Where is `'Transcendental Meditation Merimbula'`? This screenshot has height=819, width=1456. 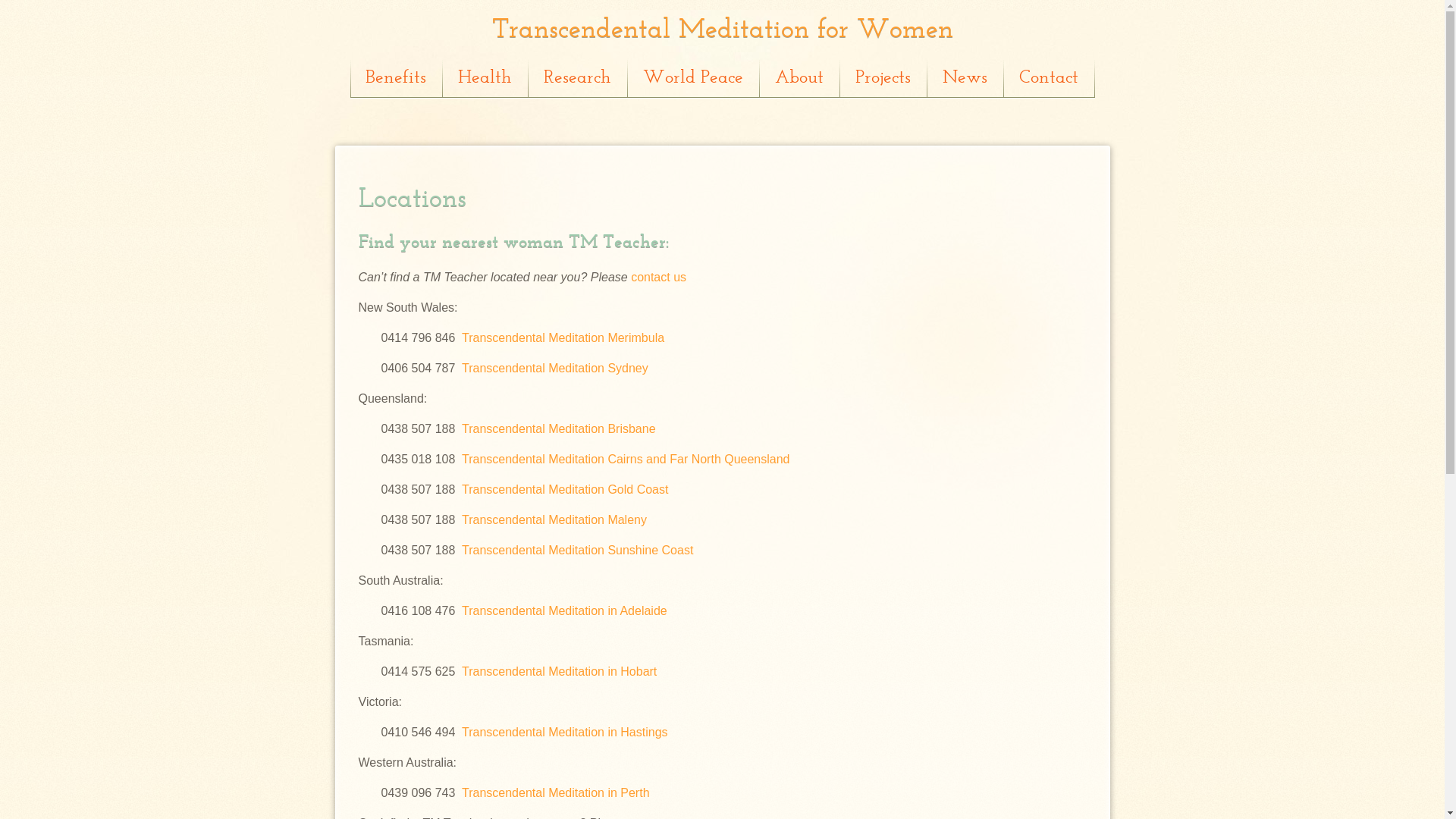
'Transcendental Meditation Merimbula' is located at coordinates (562, 337).